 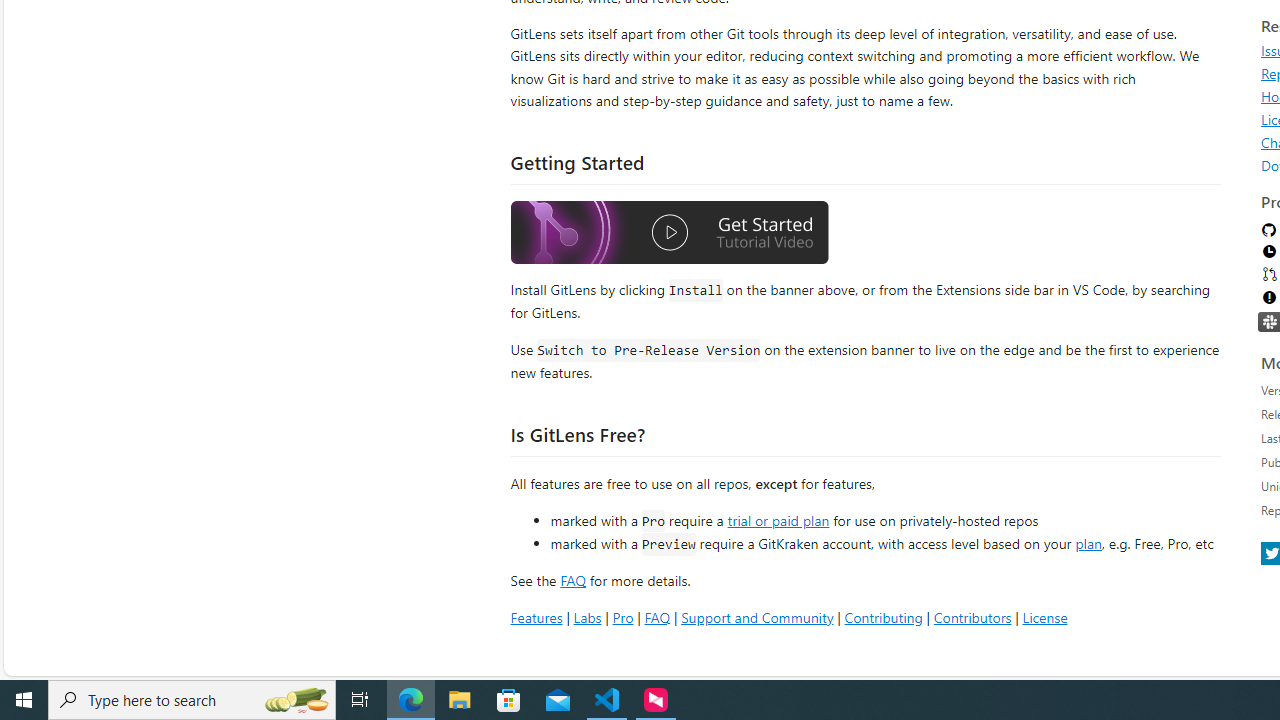 What do you see at coordinates (1087, 543) in the screenshot?
I see `'plan'` at bounding box center [1087, 543].